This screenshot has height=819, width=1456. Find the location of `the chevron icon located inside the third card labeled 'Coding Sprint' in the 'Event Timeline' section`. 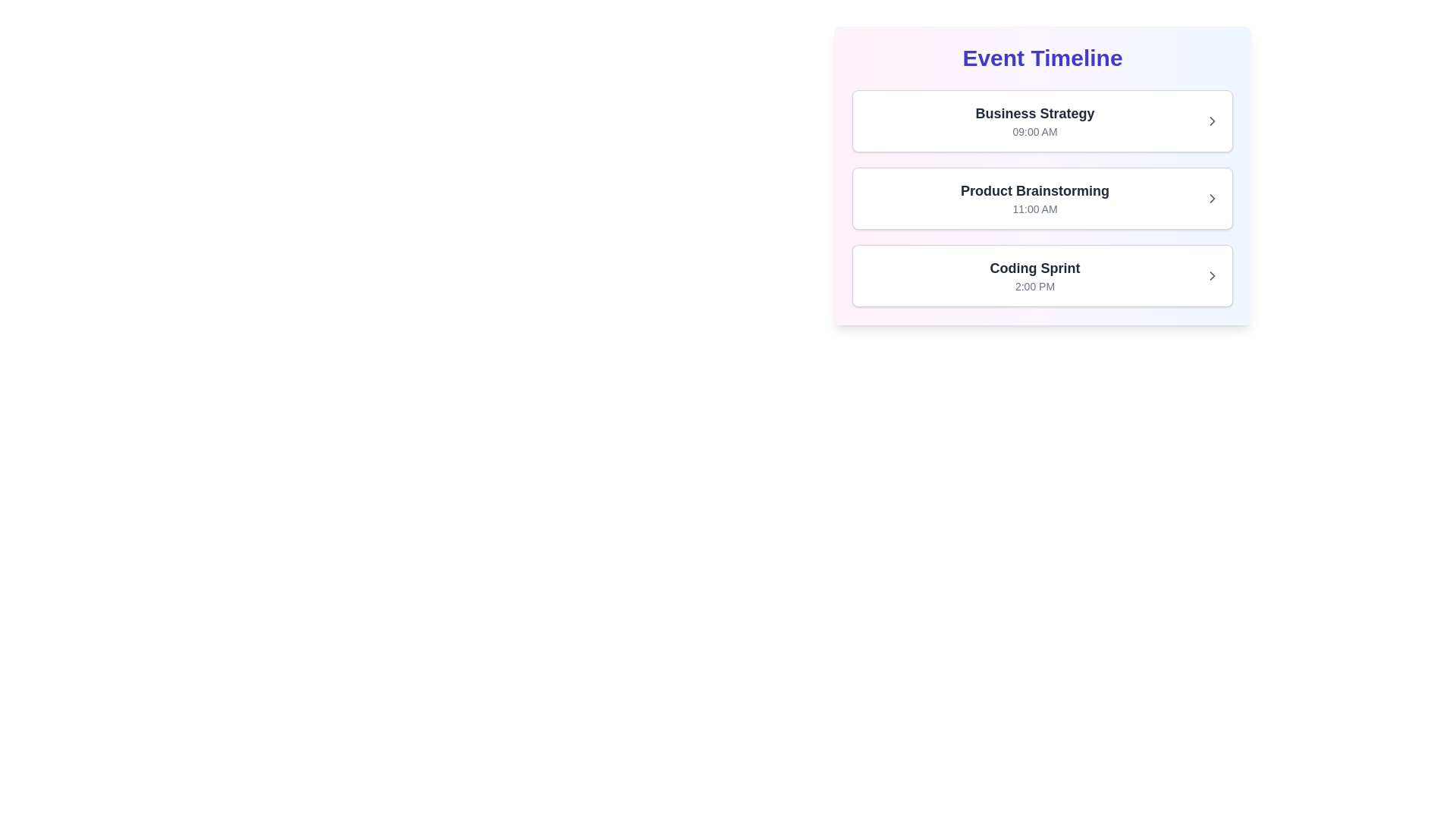

the chevron icon located inside the third card labeled 'Coding Sprint' in the 'Event Timeline' section is located at coordinates (1211, 275).